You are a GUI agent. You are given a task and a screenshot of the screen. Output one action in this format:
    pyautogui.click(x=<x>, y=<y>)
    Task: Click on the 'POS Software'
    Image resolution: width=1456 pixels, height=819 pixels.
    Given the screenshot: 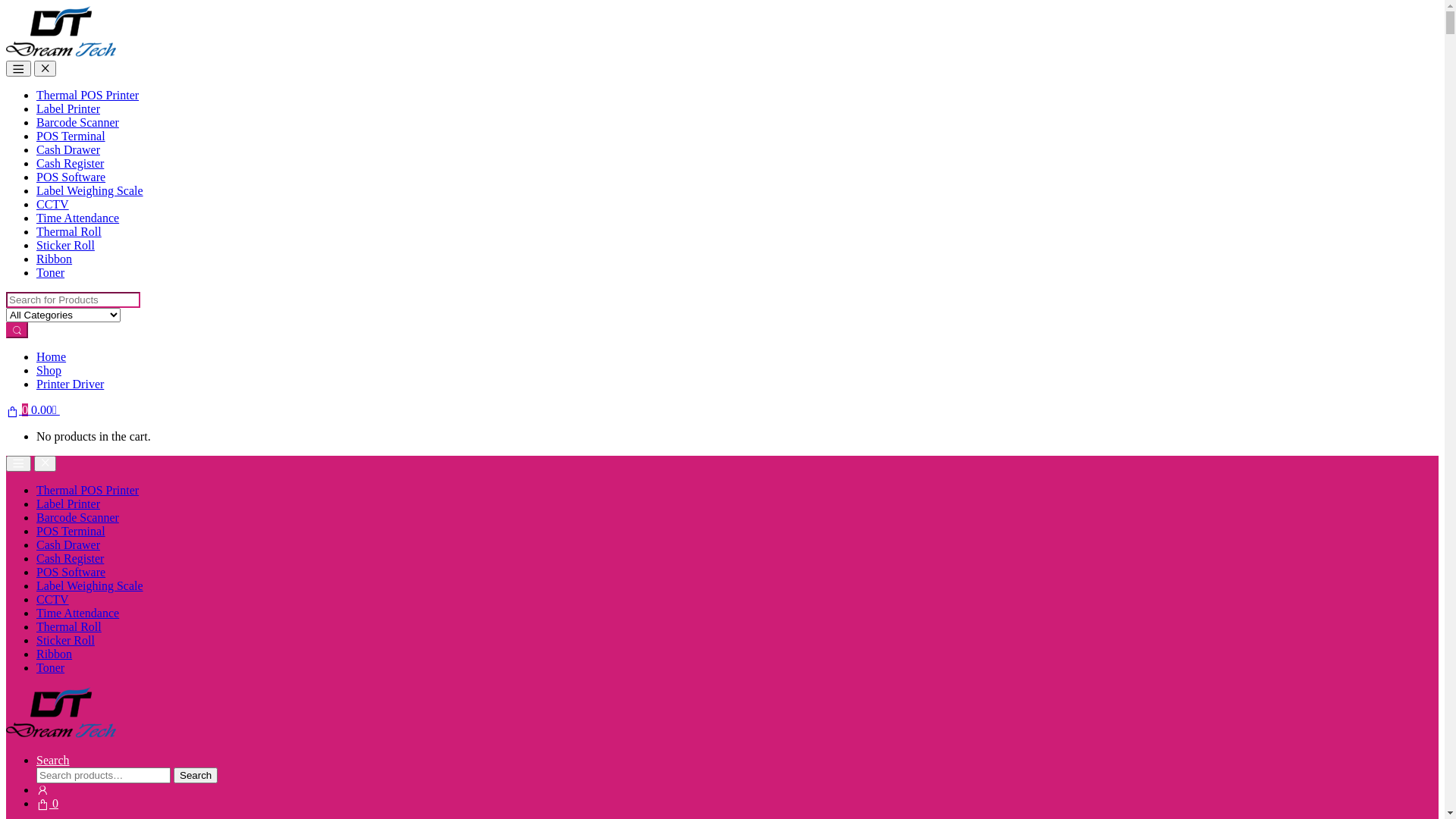 What is the action you would take?
    pyautogui.click(x=70, y=176)
    